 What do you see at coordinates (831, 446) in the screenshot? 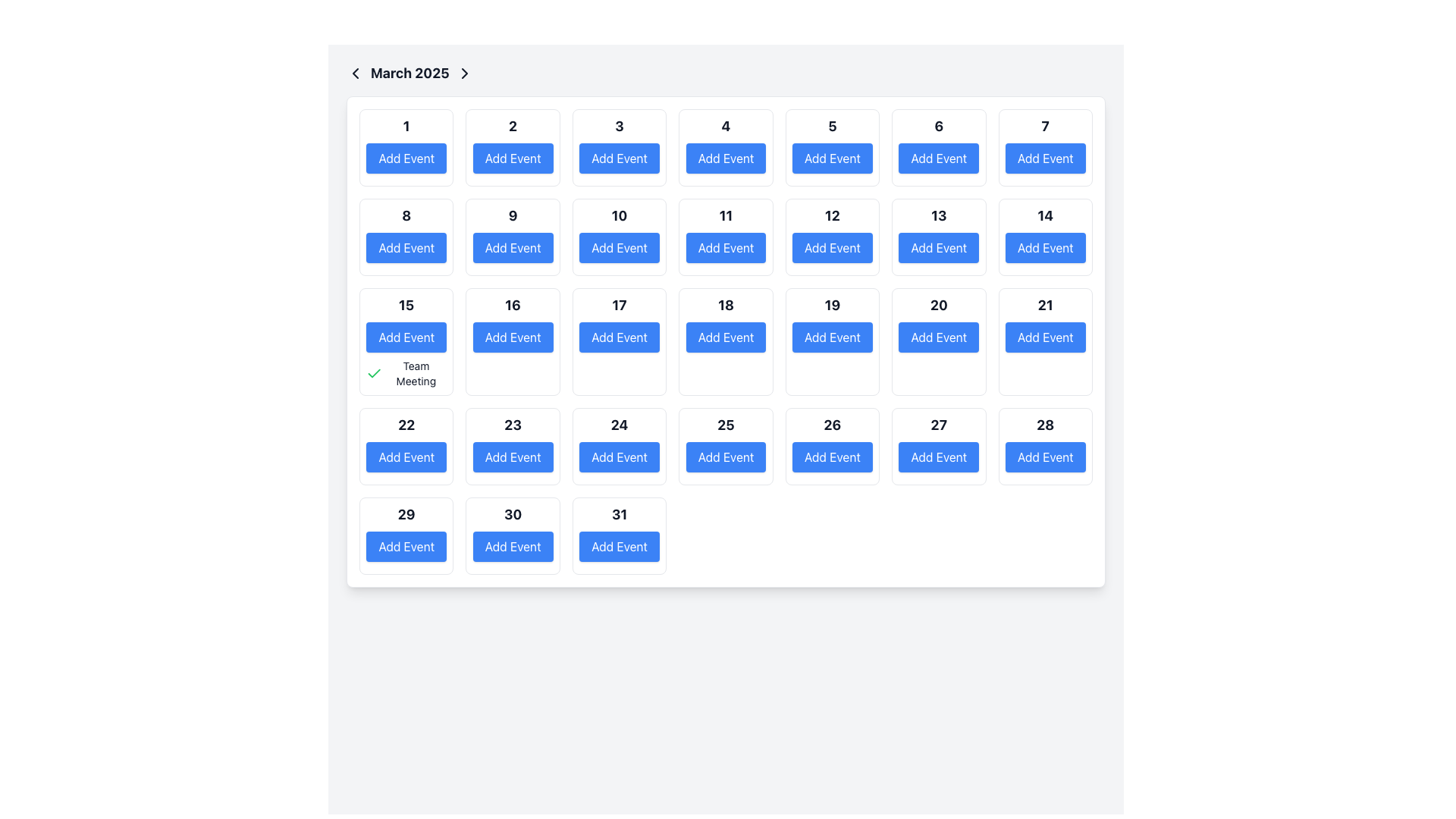
I see `the 'Add Event' button located below the number '26' in the grid layout` at bounding box center [831, 446].